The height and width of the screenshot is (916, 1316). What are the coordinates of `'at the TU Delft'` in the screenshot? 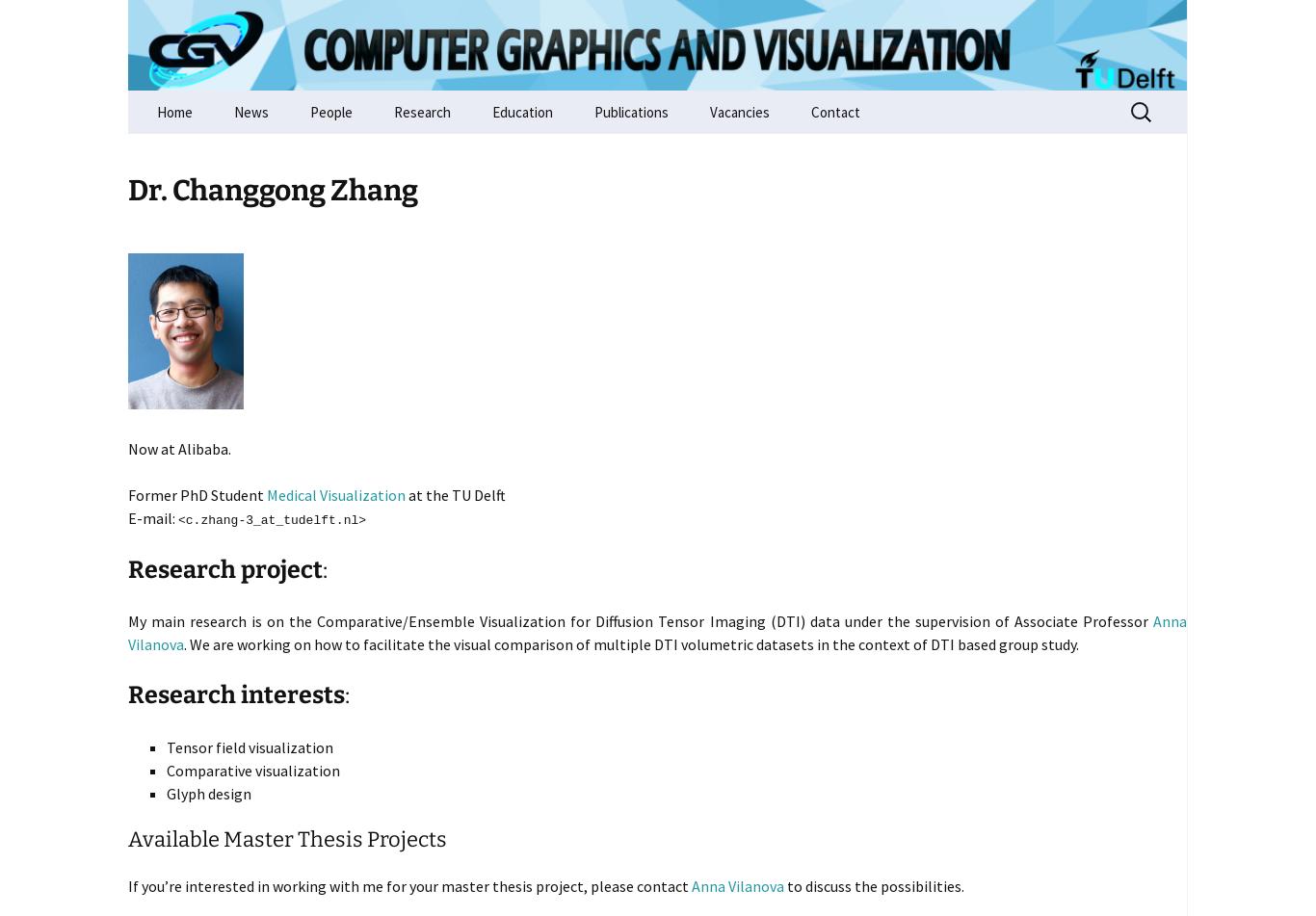 It's located at (456, 494).